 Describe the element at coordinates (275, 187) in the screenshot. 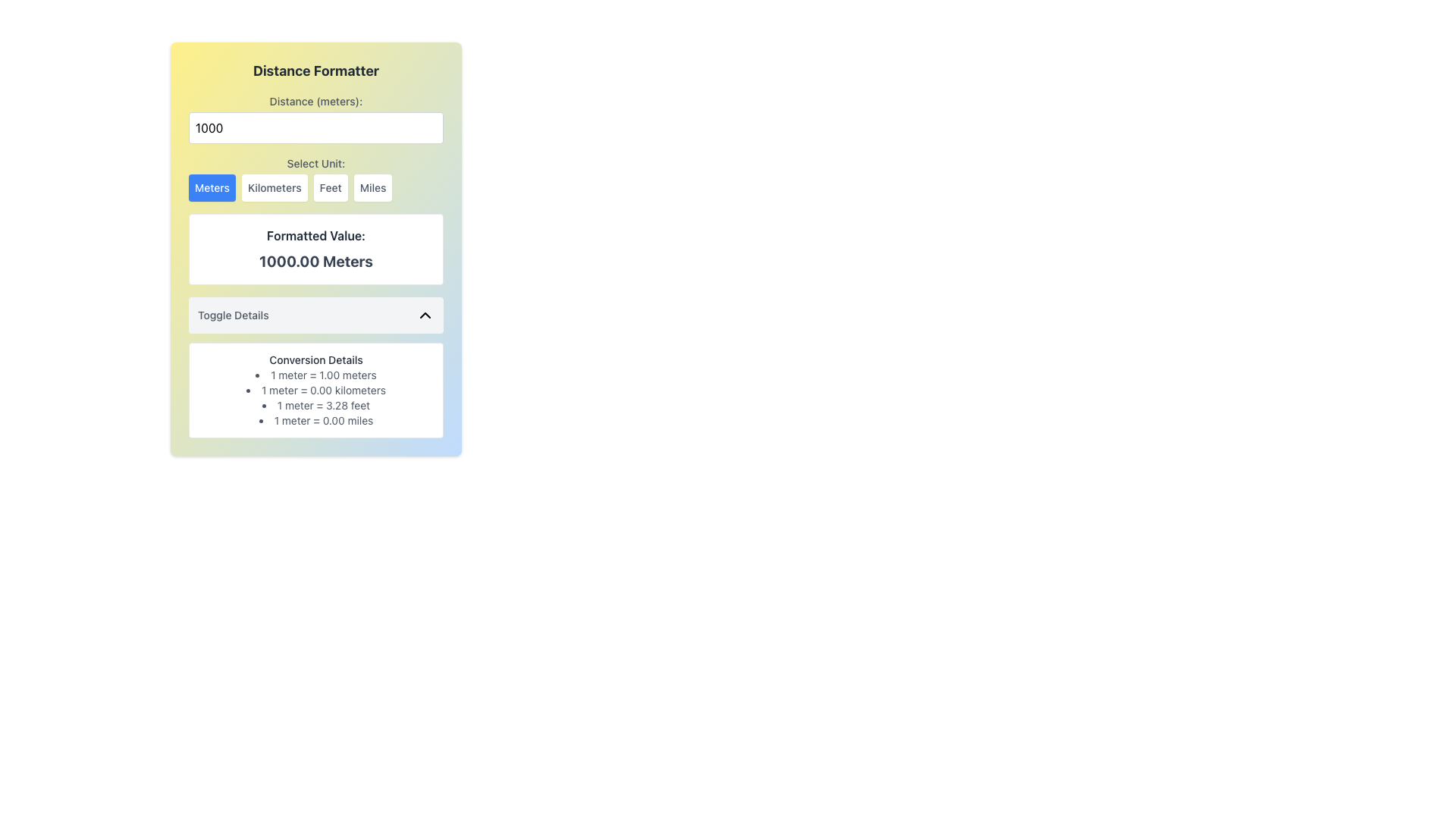

I see `the 'Kilometers' button in the 'Select Unit' section` at that location.